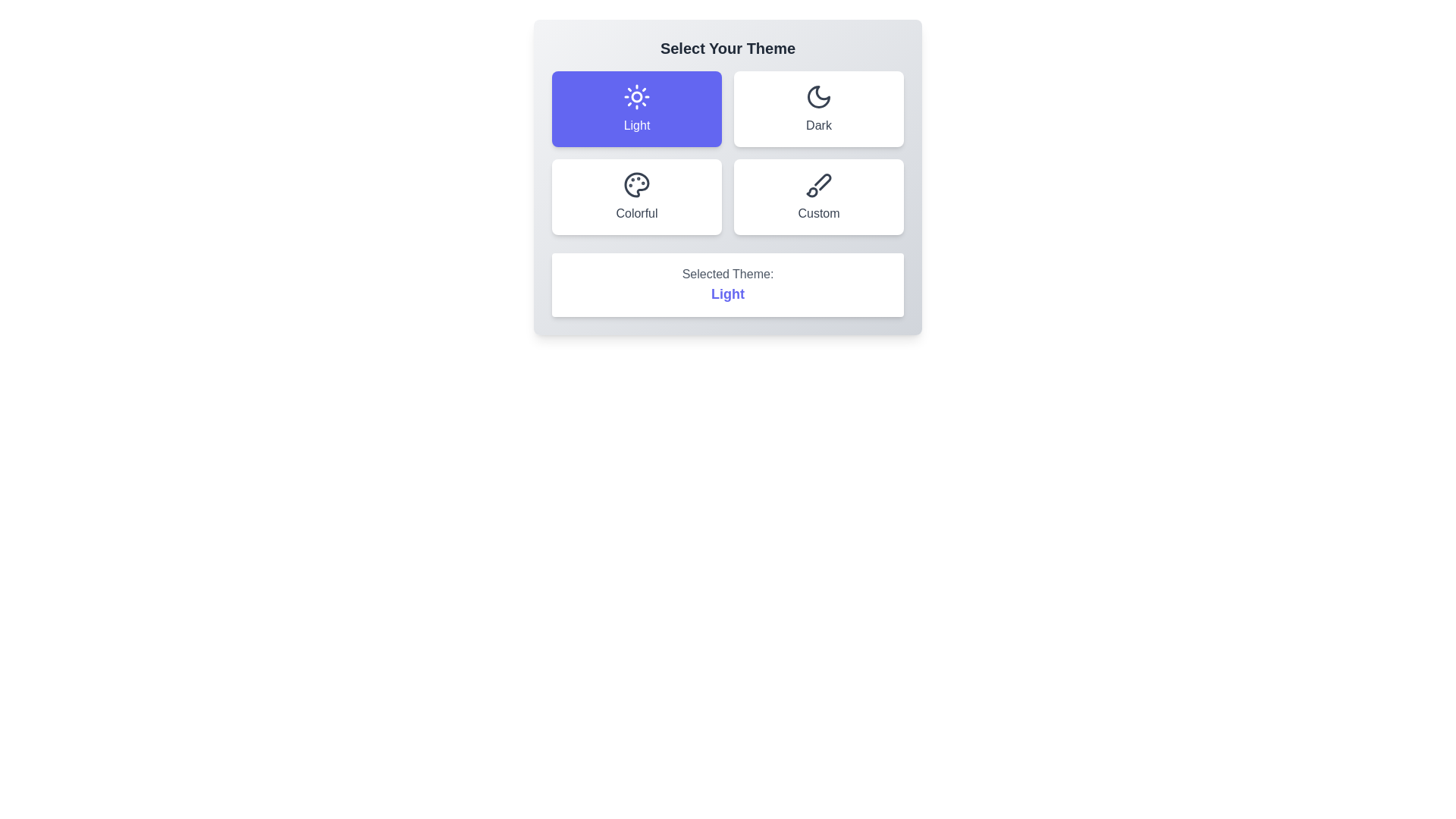  Describe the element at coordinates (637, 108) in the screenshot. I see `the Light button to select the corresponding theme` at that location.